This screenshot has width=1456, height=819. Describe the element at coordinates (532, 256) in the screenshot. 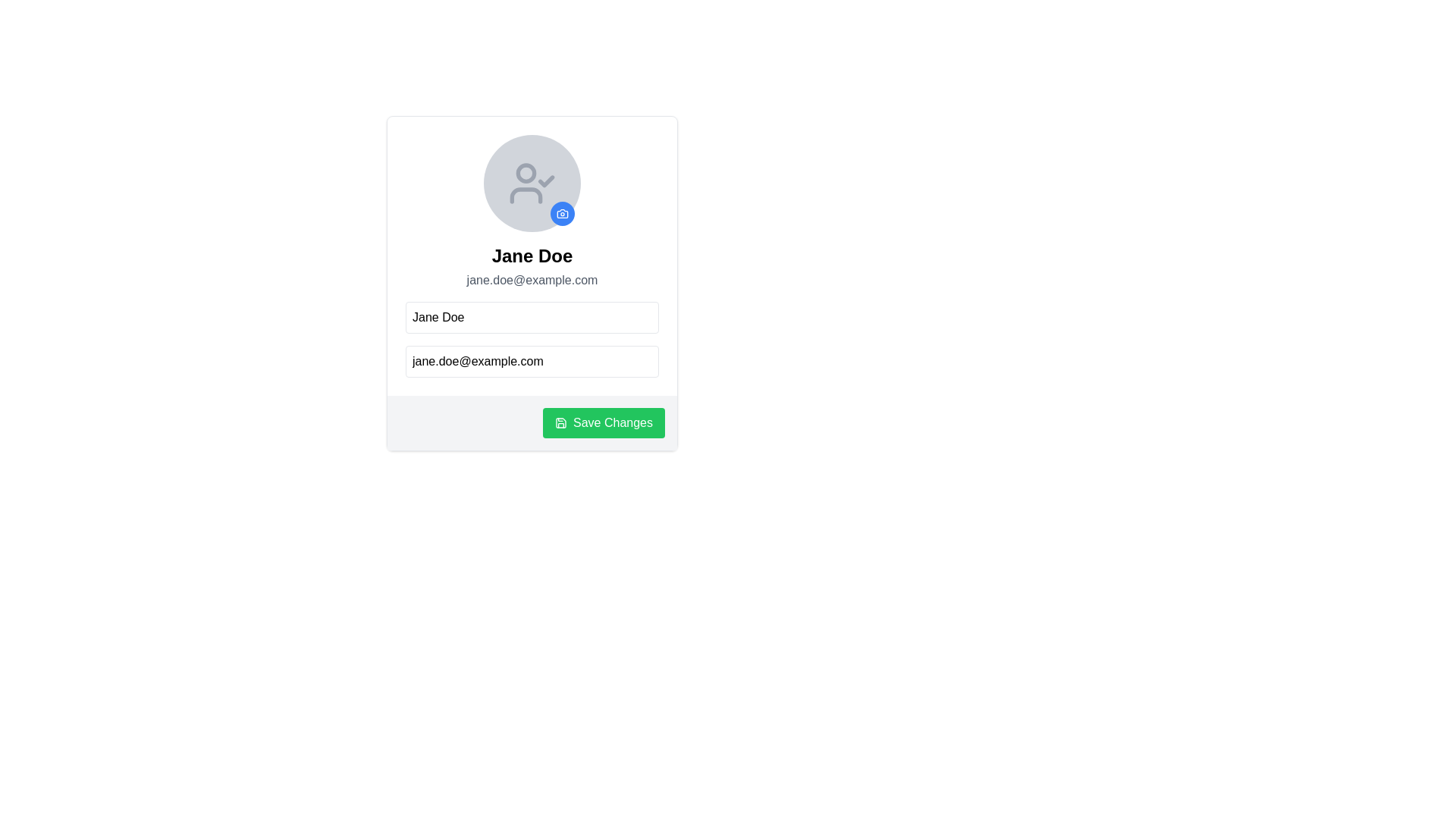

I see `the Text label that displays the name of the individual or entity, positioned above the email text 'jane.doe@example.com' and beneath the graphical avatar icon` at that location.